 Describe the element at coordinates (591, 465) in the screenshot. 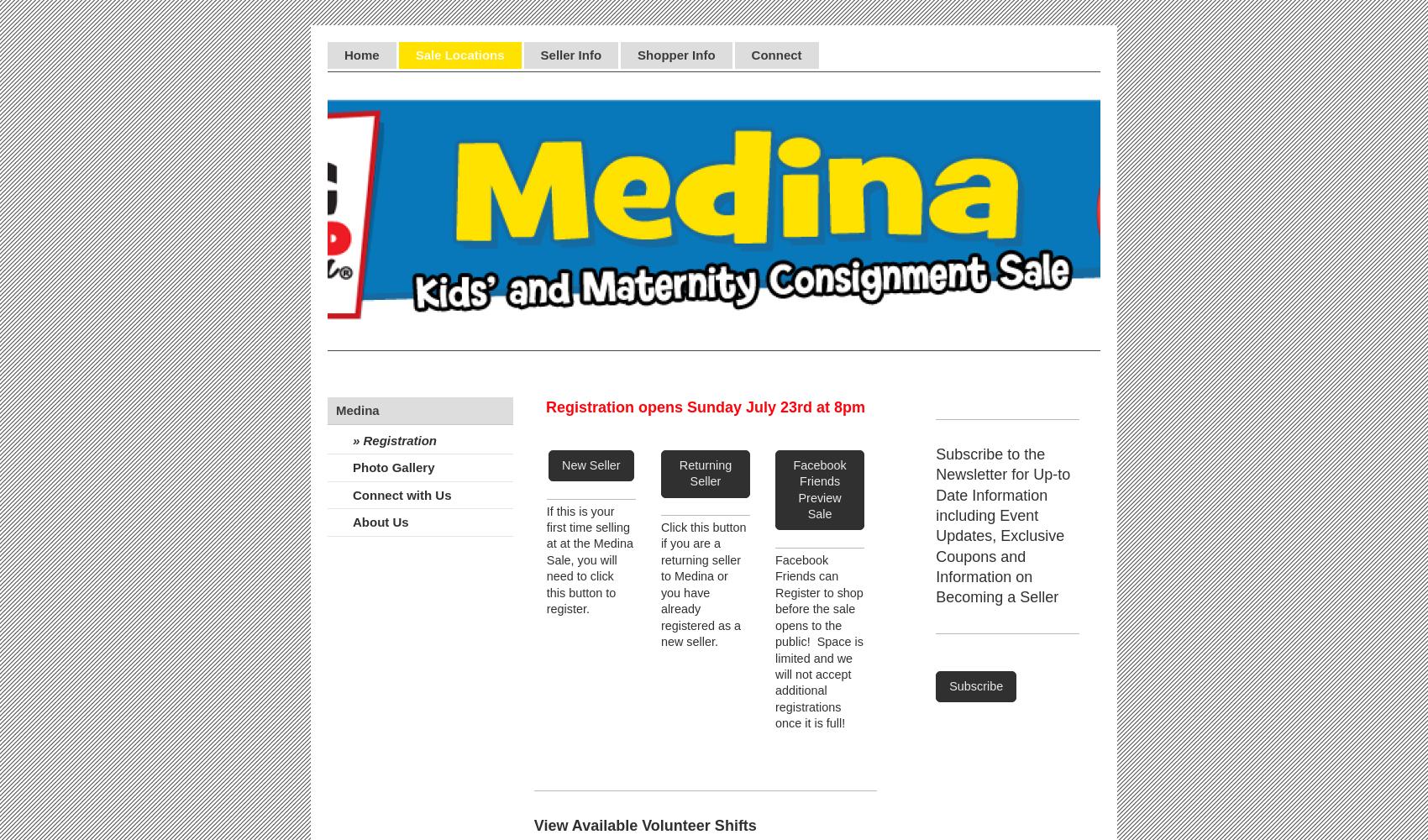

I see `'New Seller'` at that location.